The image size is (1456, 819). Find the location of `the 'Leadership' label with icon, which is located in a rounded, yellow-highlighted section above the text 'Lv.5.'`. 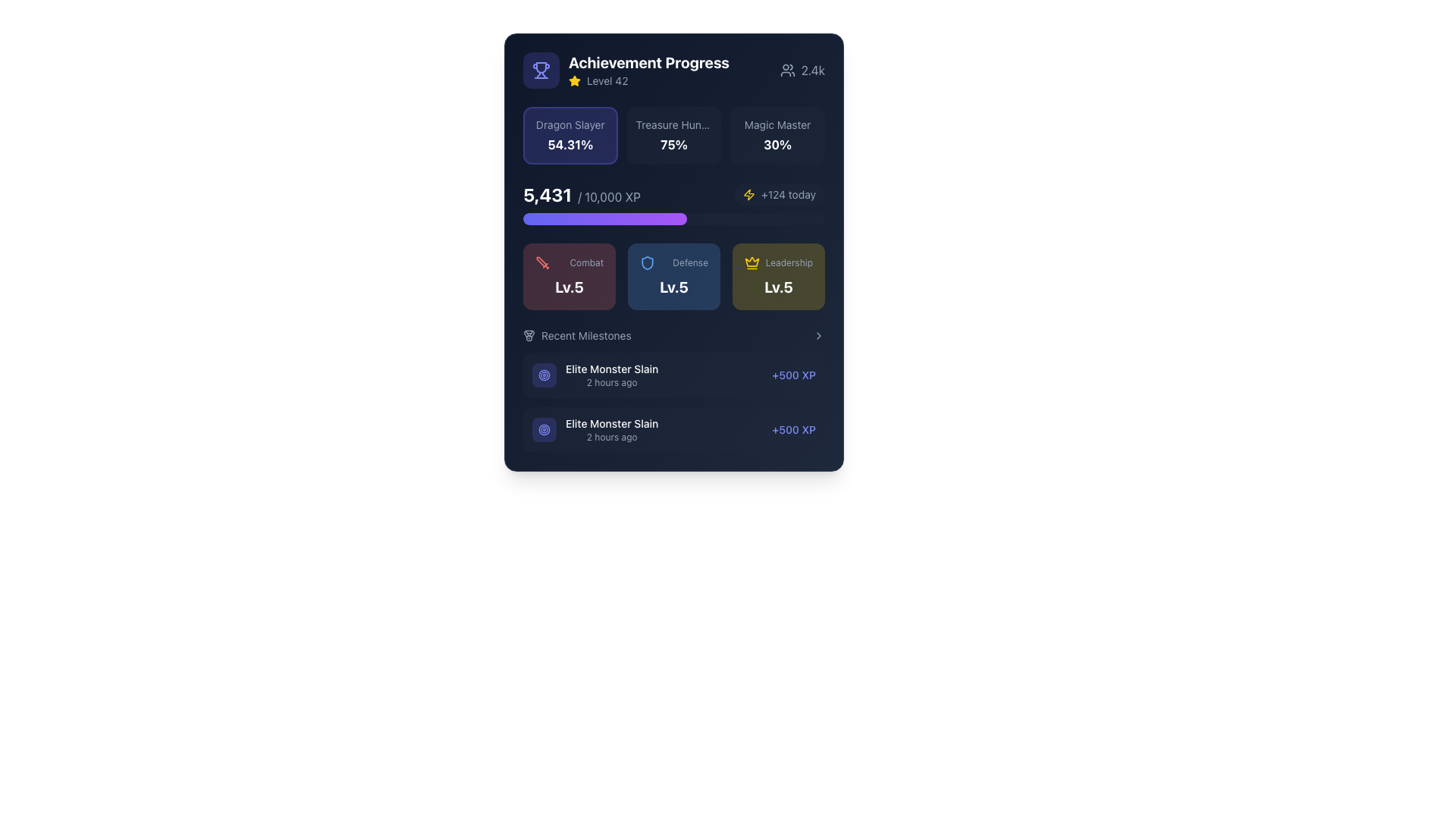

the 'Leadership' label with icon, which is located in a rounded, yellow-highlighted section above the text 'Lv.5.' is located at coordinates (779, 262).